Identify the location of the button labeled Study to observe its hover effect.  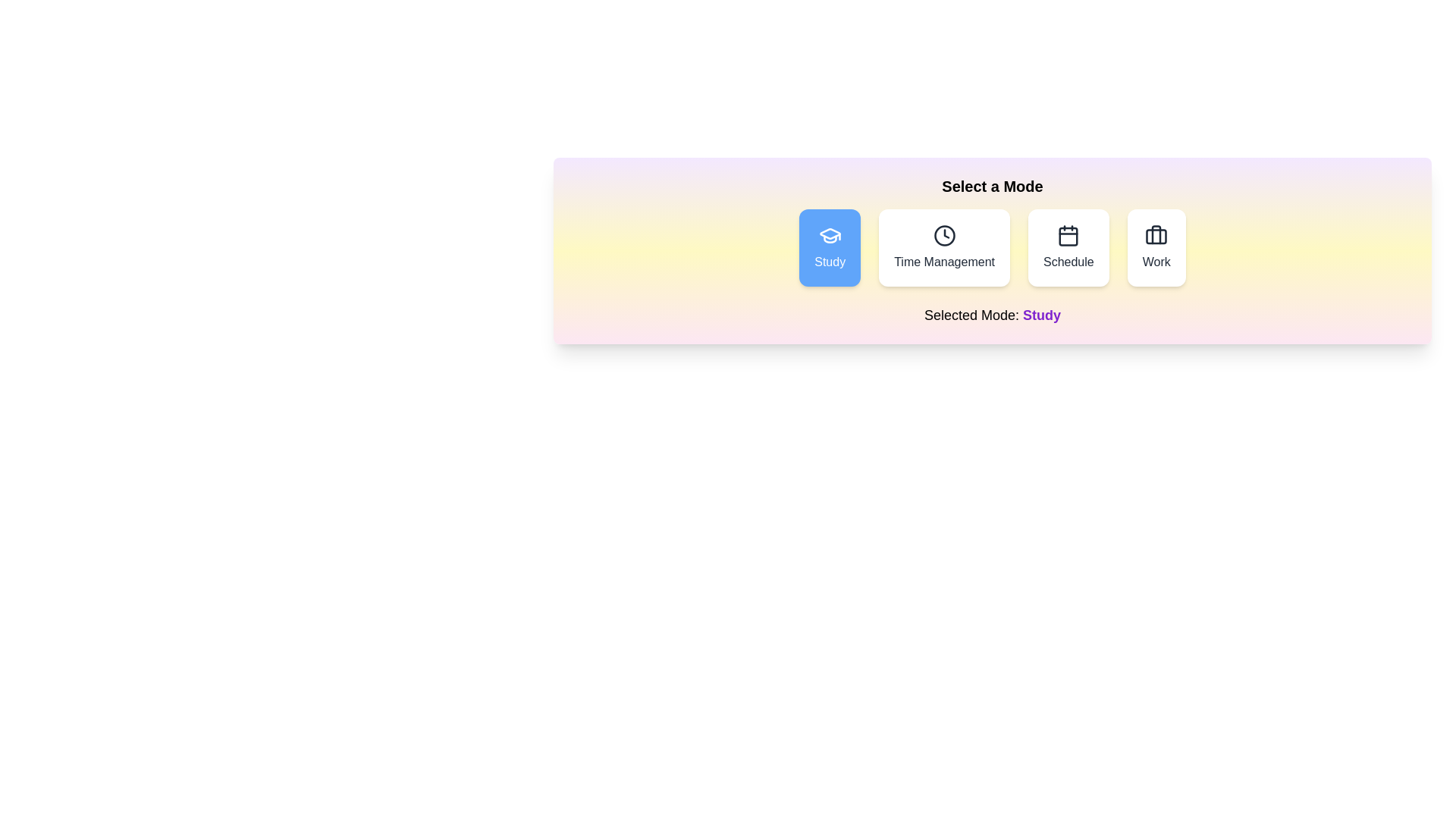
(829, 247).